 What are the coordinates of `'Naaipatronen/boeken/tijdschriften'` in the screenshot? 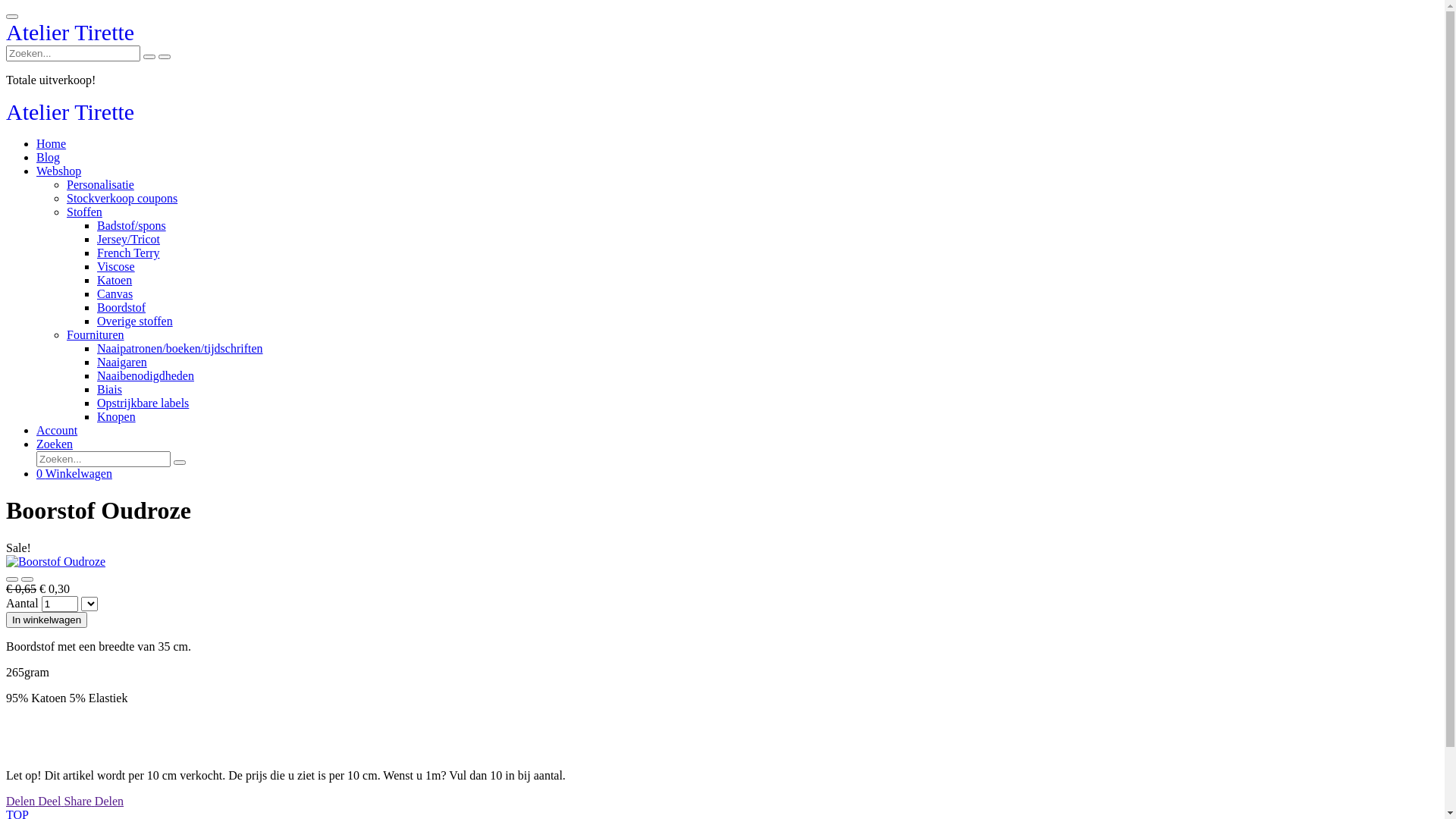 It's located at (180, 348).